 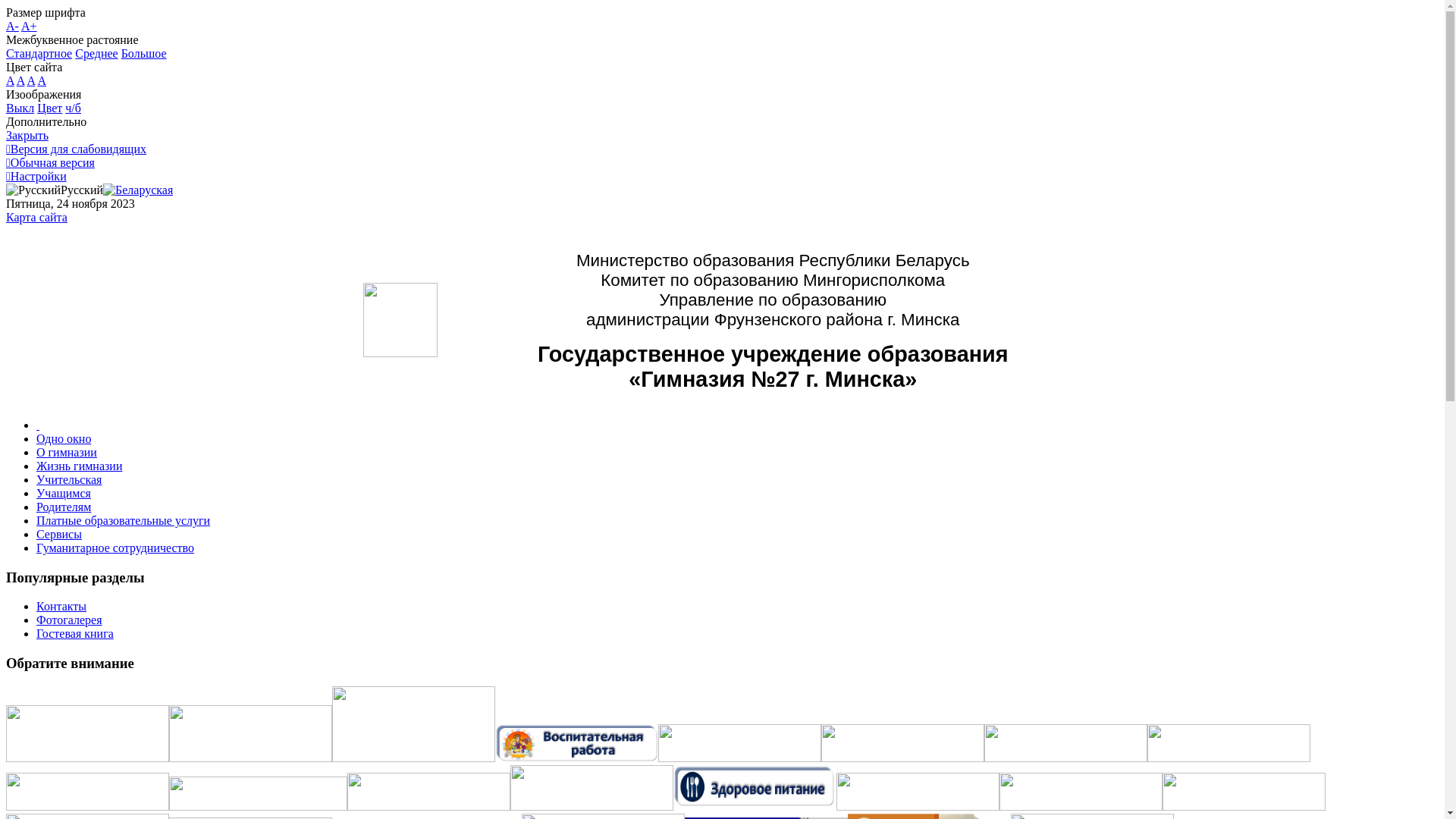 What do you see at coordinates (29, 26) in the screenshot?
I see `'A+'` at bounding box center [29, 26].